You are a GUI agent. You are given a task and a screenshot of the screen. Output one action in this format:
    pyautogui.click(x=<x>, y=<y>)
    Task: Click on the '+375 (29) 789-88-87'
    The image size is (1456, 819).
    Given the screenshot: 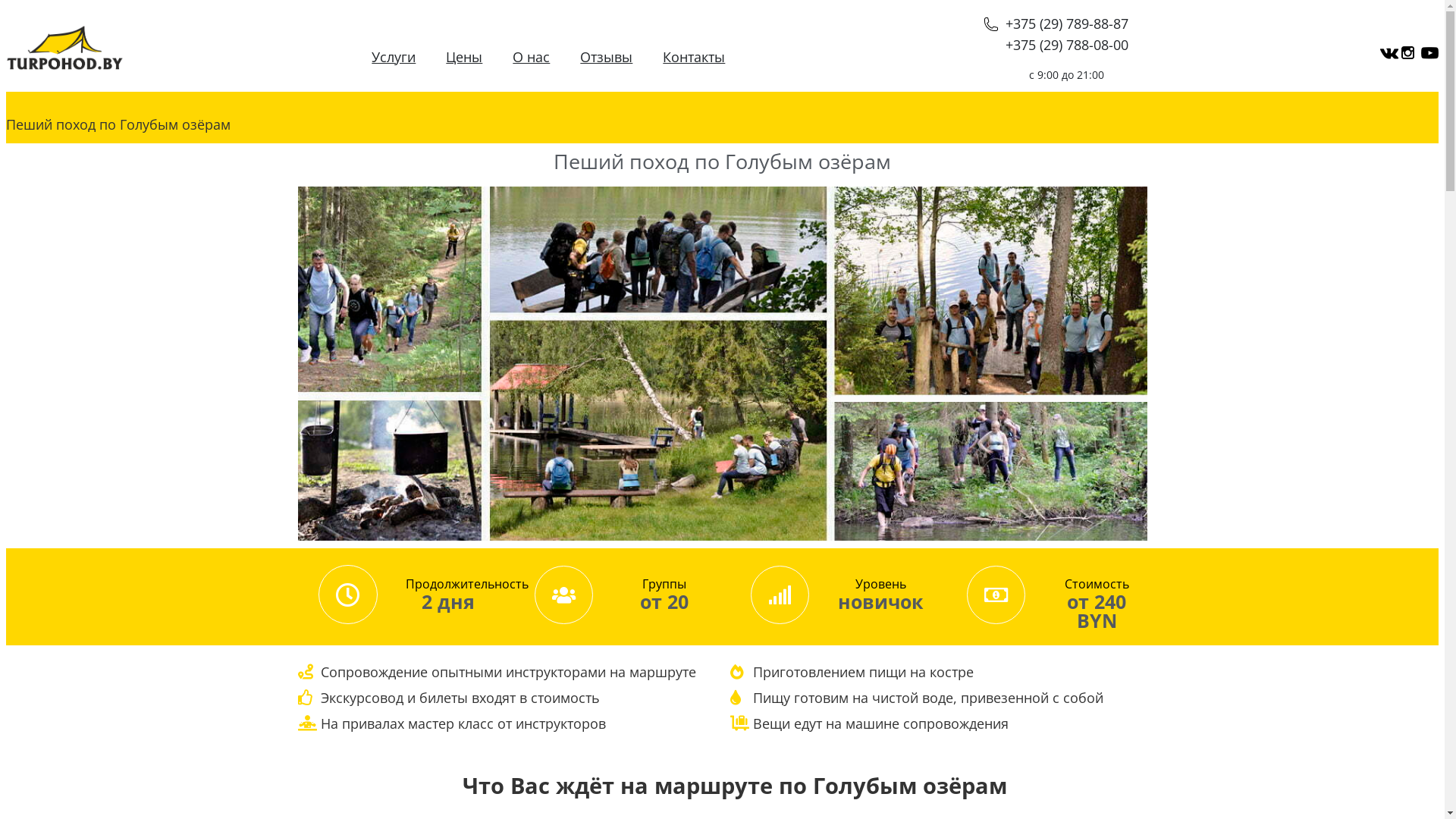 What is the action you would take?
    pyautogui.click(x=1055, y=24)
    